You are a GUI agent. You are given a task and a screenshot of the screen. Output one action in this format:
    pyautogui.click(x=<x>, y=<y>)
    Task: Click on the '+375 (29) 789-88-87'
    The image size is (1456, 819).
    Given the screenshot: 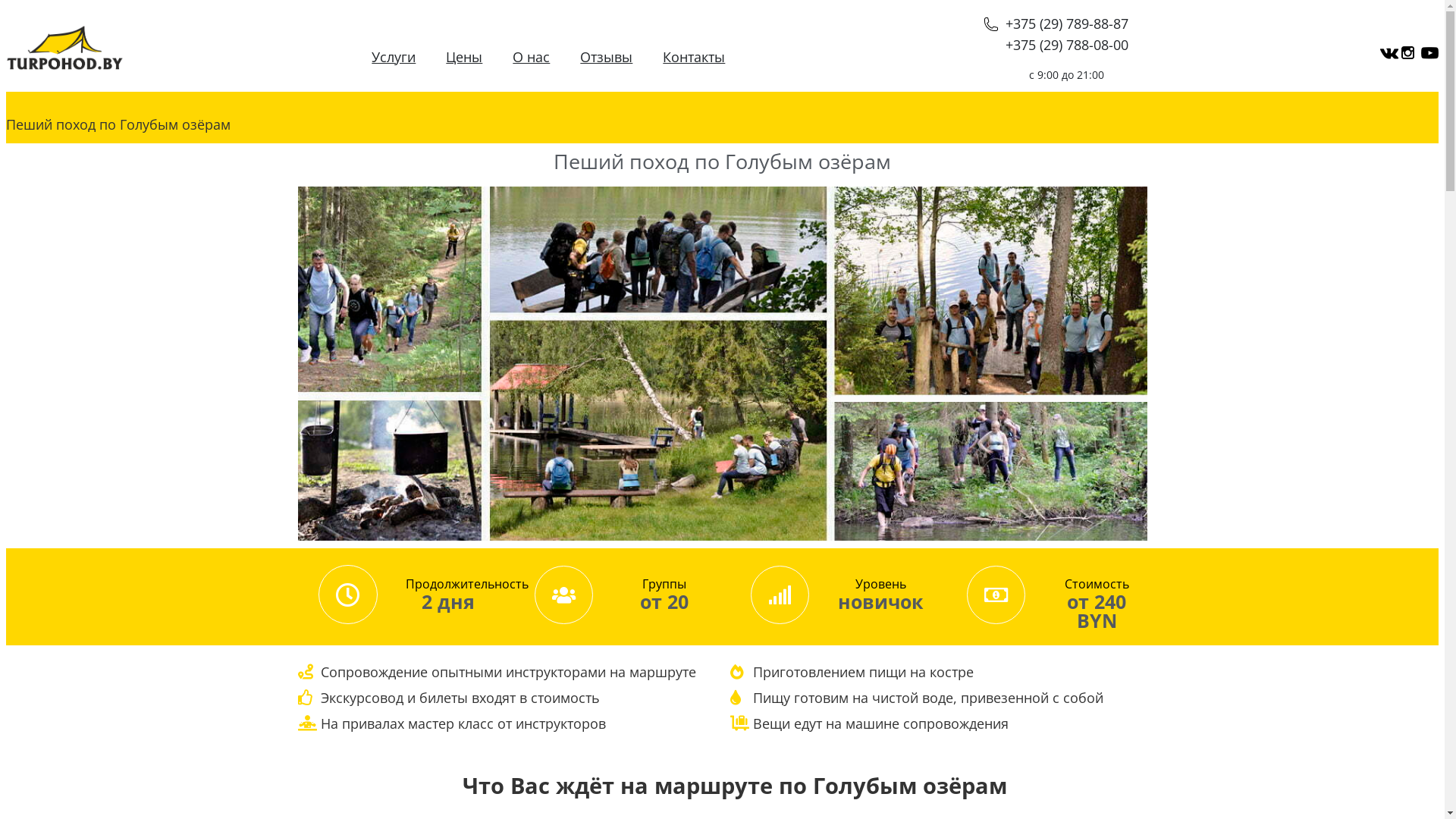 What is the action you would take?
    pyautogui.click(x=1055, y=24)
    